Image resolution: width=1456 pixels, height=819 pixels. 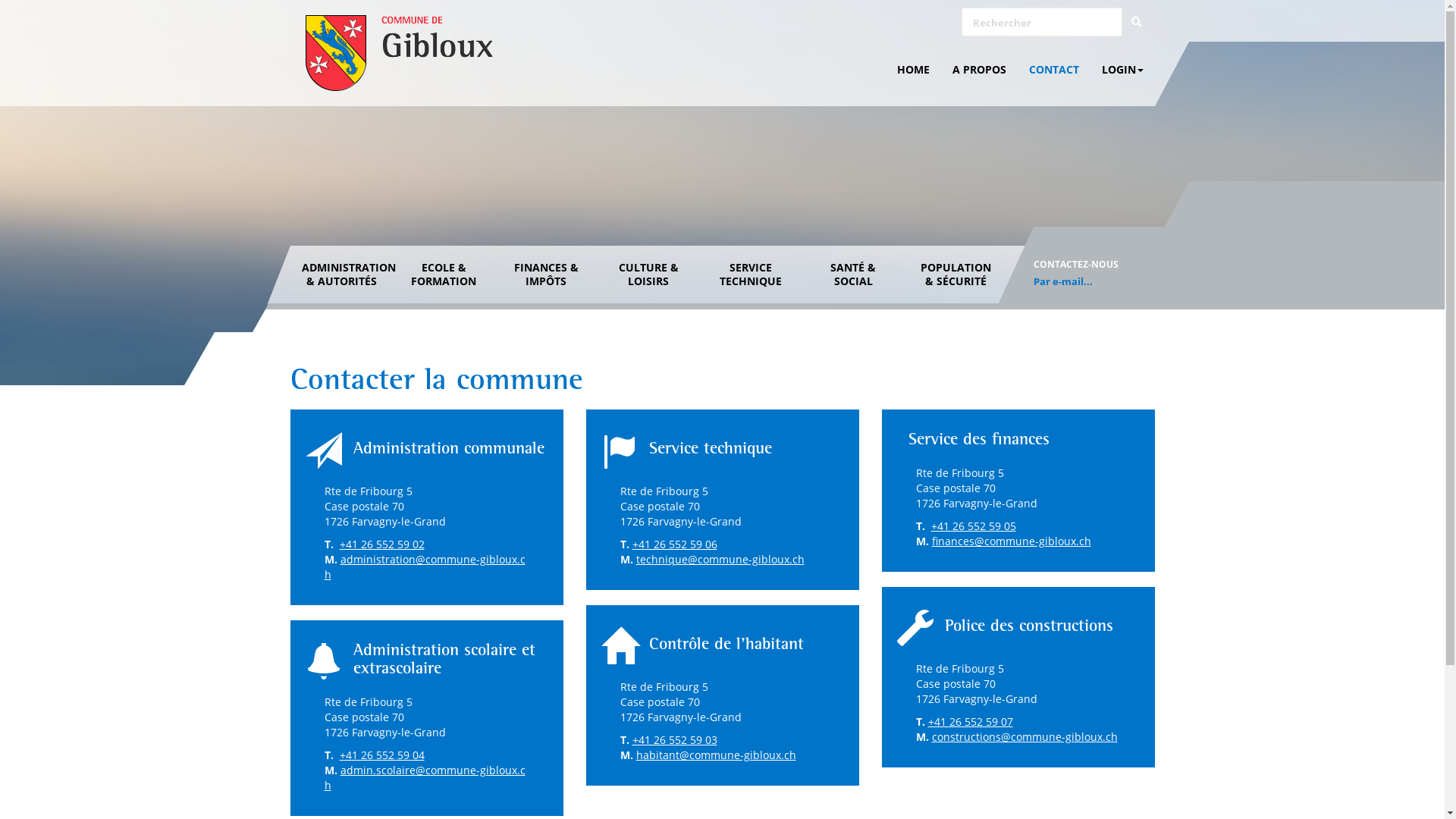 I want to click on '+41 26 552 59 03', so click(x=673, y=739).